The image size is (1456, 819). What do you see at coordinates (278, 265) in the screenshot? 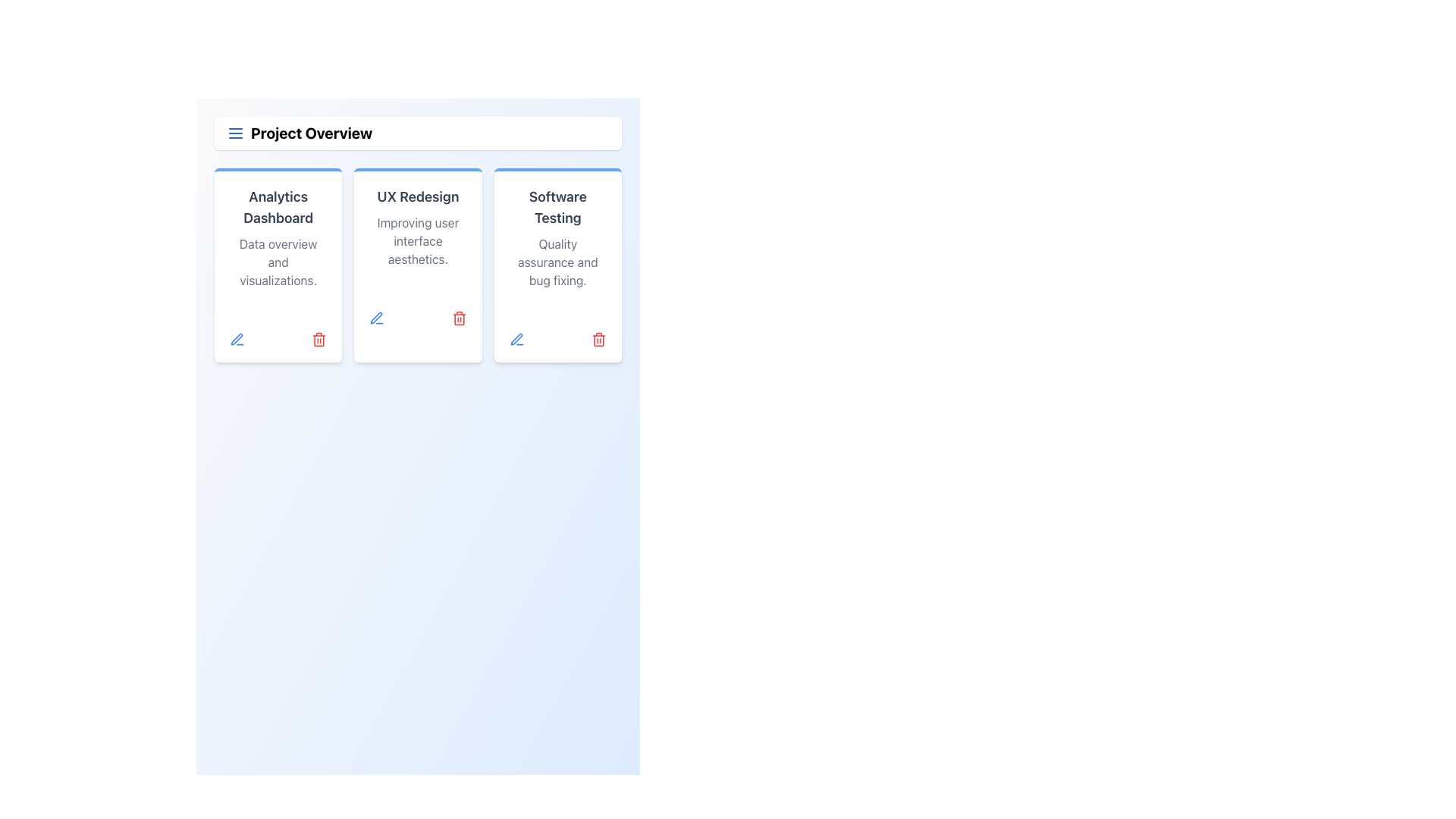
I see `information displayed on the Info card titled 'Analytics Dashboard', which features a bold header, a subtitle, and an 'Active' status label within a badge` at bounding box center [278, 265].